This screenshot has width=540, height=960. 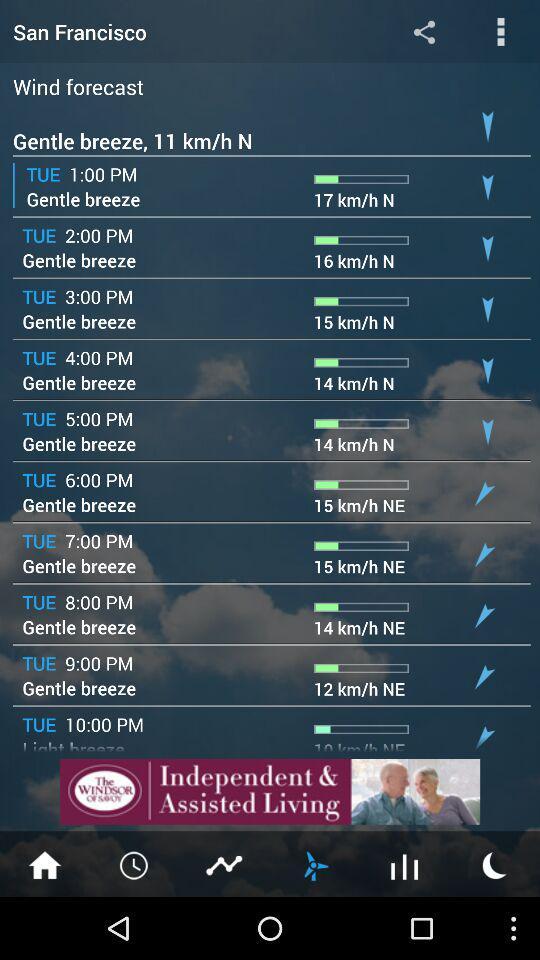 What do you see at coordinates (314, 863) in the screenshot?
I see `check wind speeds` at bounding box center [314, 863].